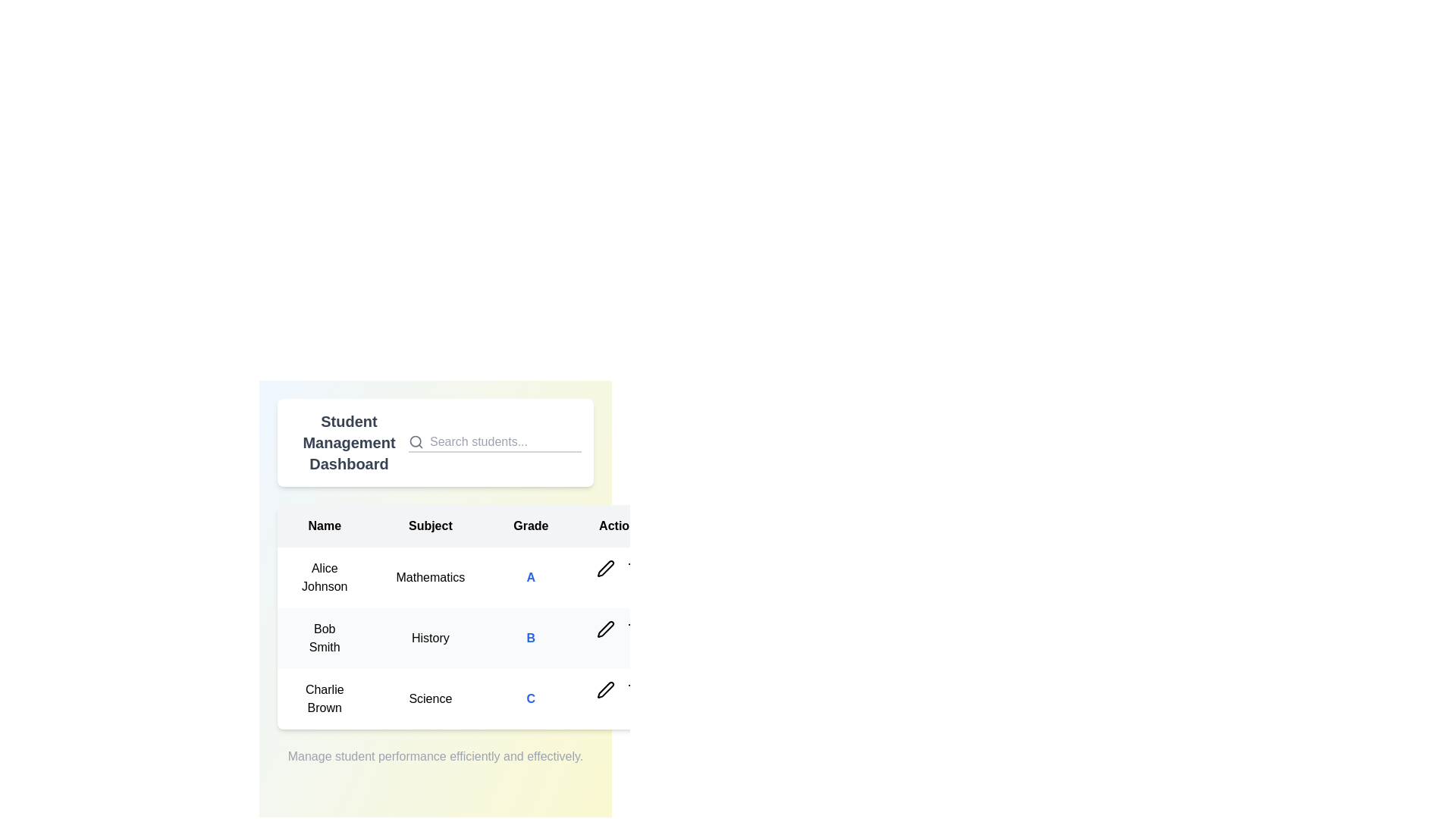 The image size is (1456, 819). I want to click on the static text label 'Mathematics', which is styled in black text on a white background, located in the second column of the table under the 'Subject' header, in the same row as 'Alice Johnson', so click(429, 578).